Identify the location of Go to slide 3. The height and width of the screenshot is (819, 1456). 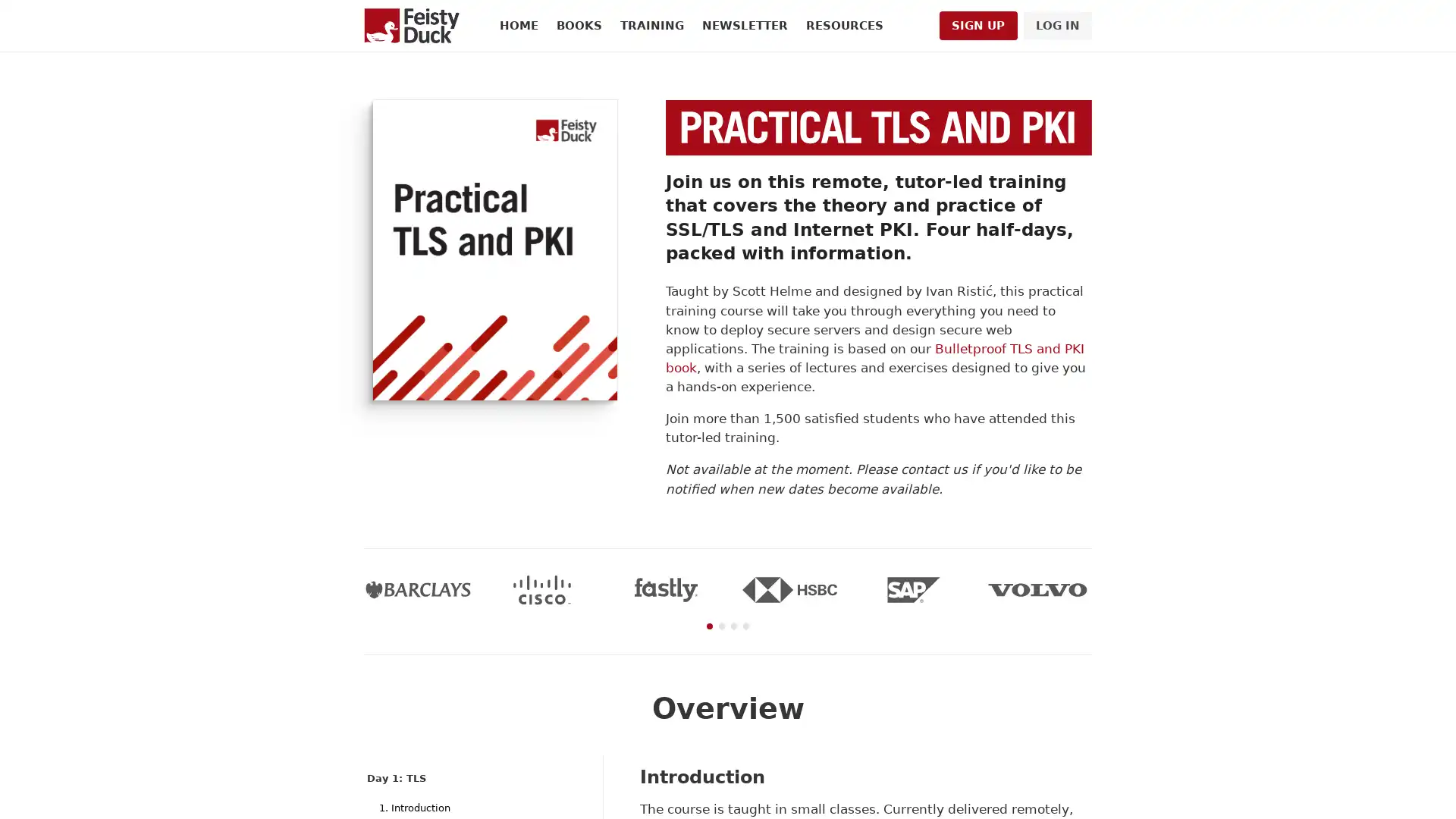
(734, 626).